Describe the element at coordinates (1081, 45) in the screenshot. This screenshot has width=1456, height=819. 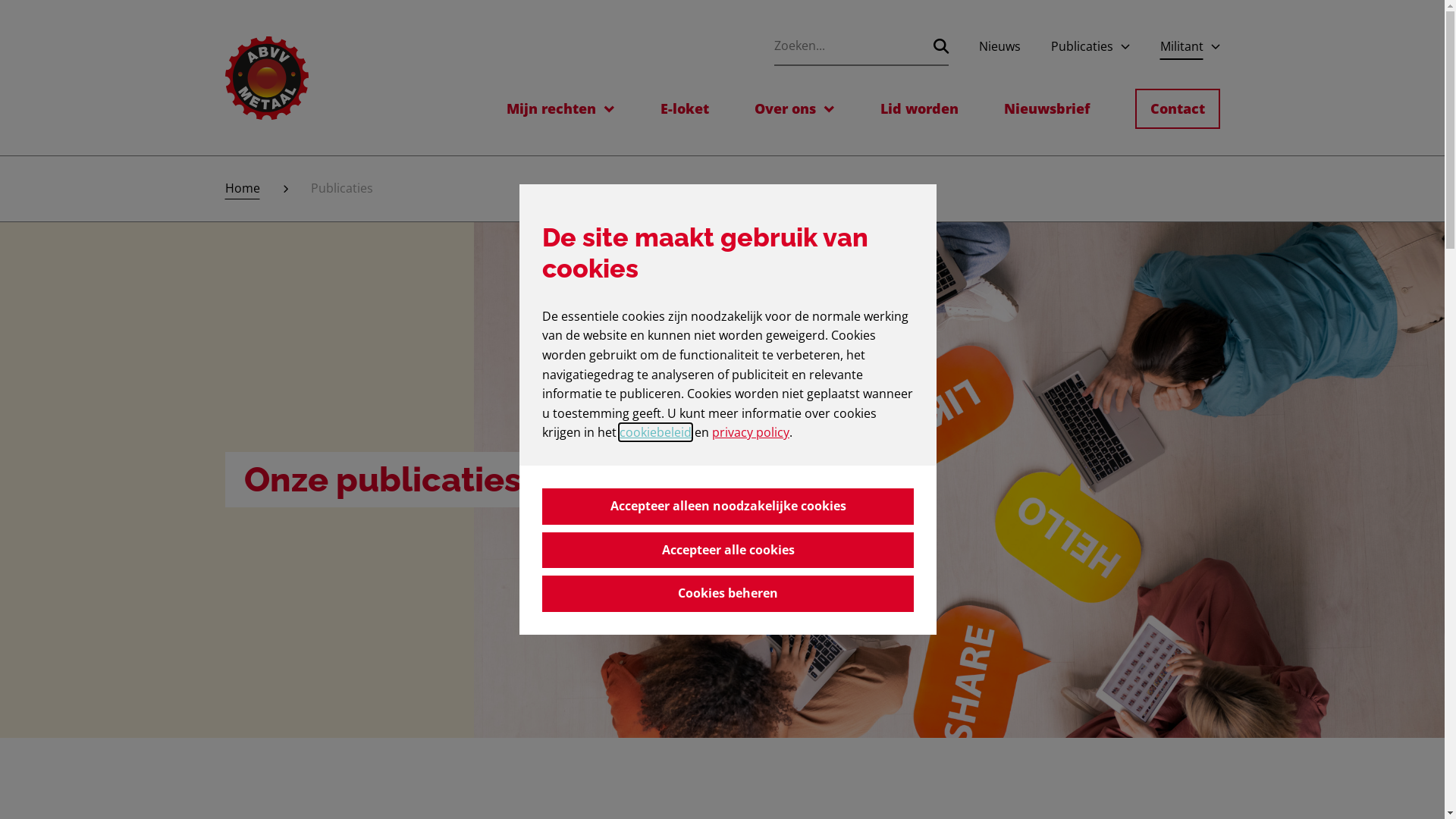
I see `'Publicaties'` at that location.